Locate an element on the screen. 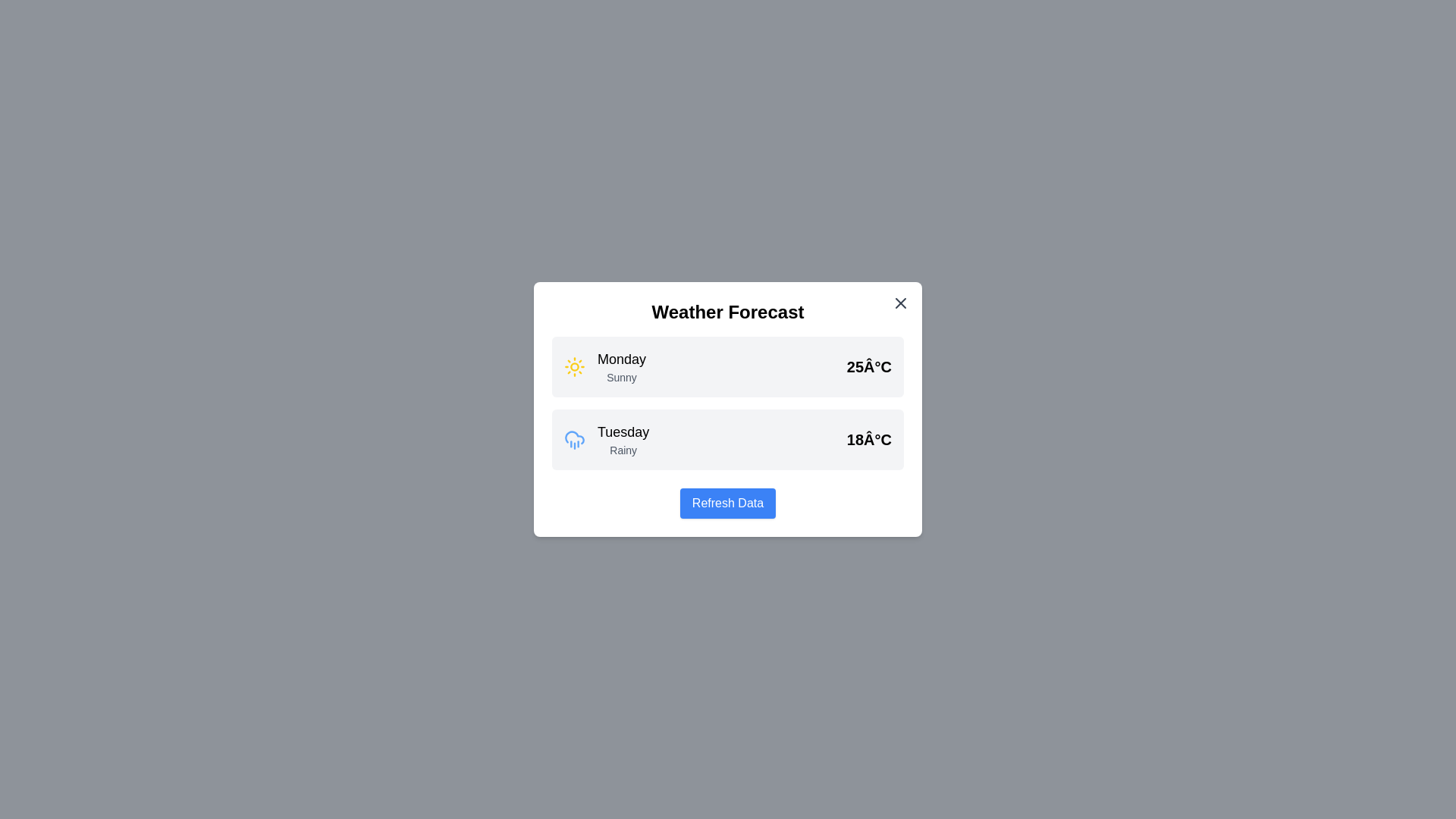  weather forecast details for Monday, which includes the weather condition and temperature, from the first entry in the weather forecast dialog box is located at coordinates (728, 366).